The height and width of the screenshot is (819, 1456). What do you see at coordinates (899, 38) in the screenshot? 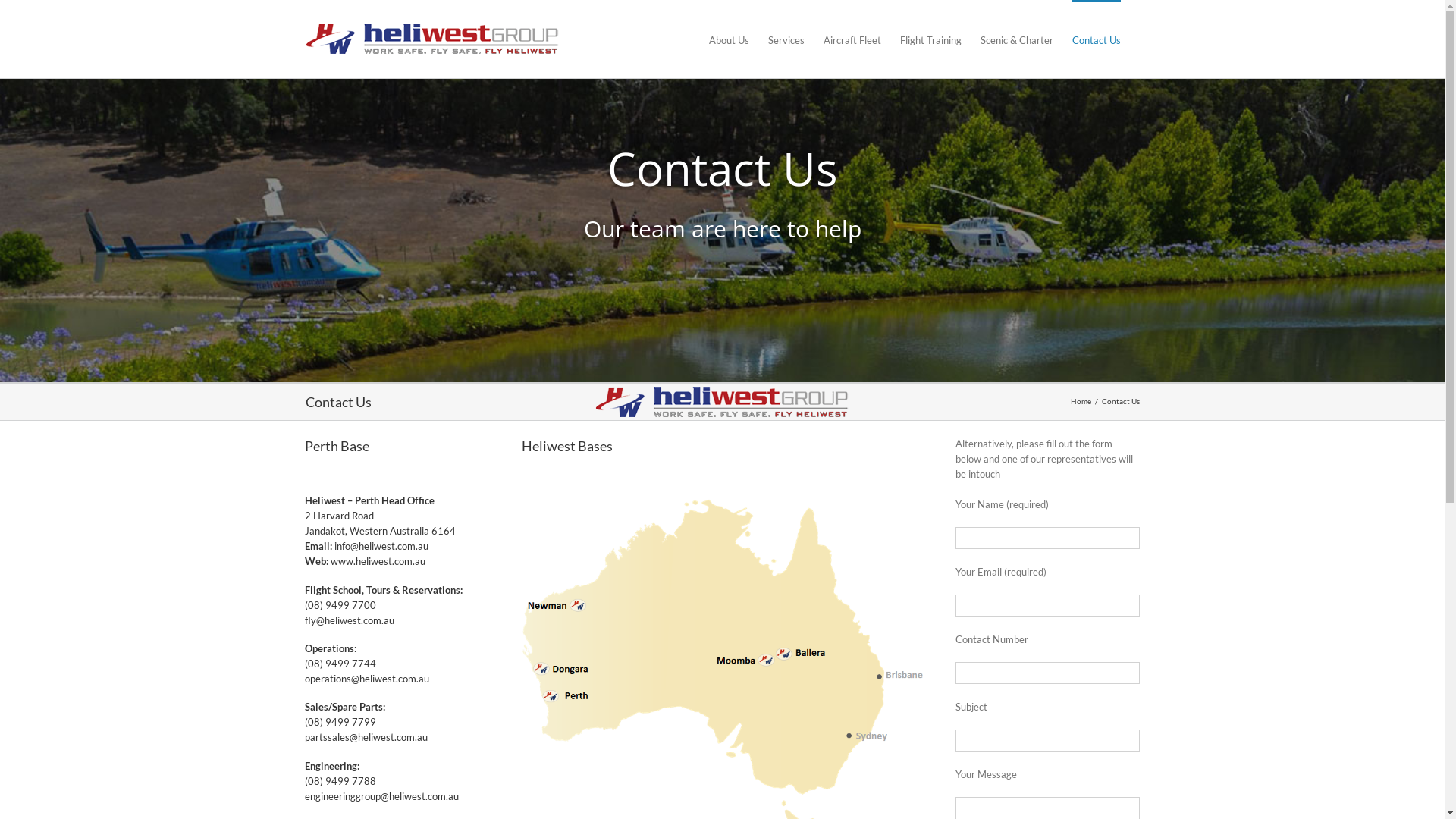
I see `'Flight Training'` at bounding box center [899, 38].